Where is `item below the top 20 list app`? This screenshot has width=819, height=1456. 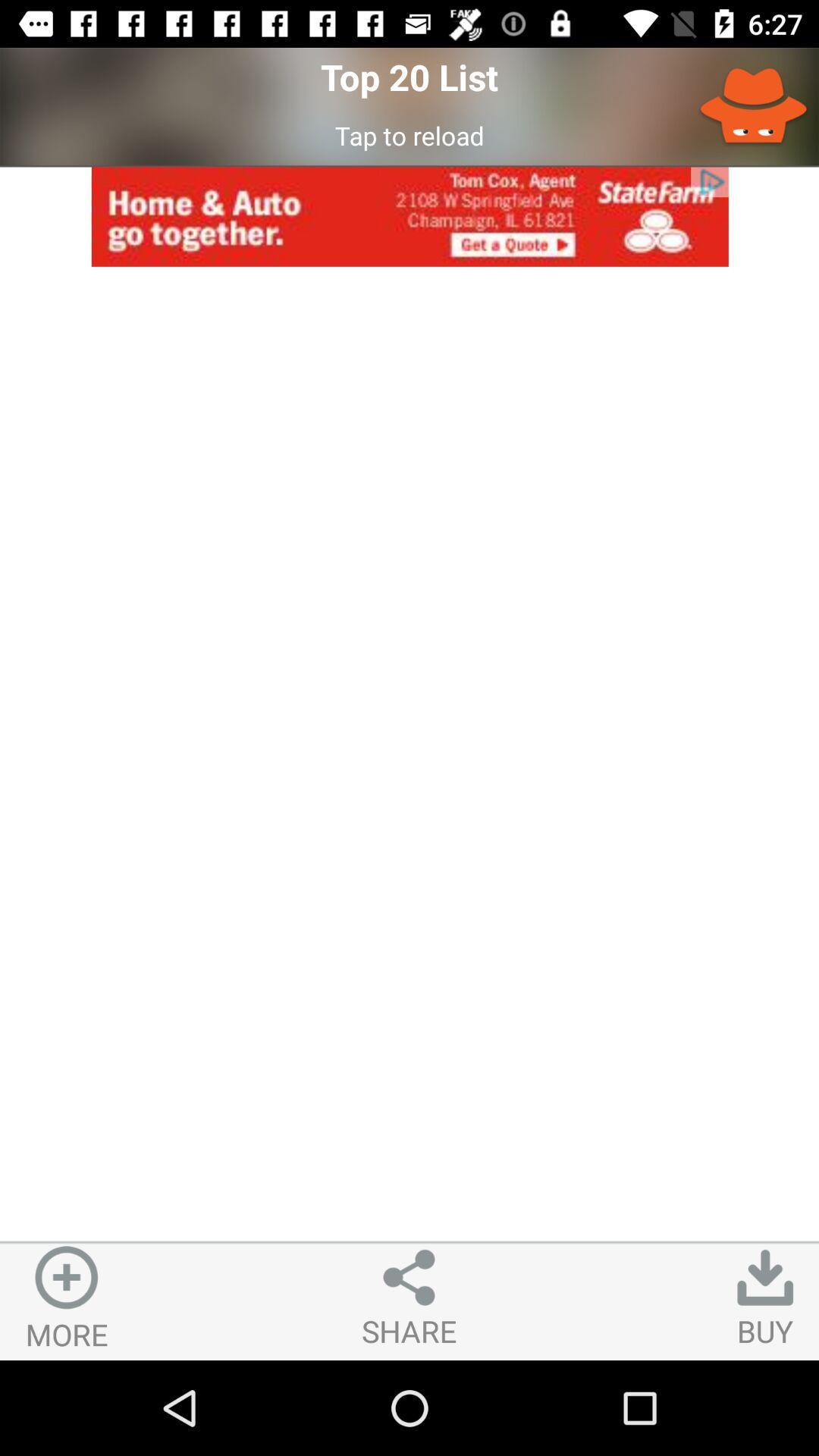
item below the top 20 list app is located at coordinates (409, 135).